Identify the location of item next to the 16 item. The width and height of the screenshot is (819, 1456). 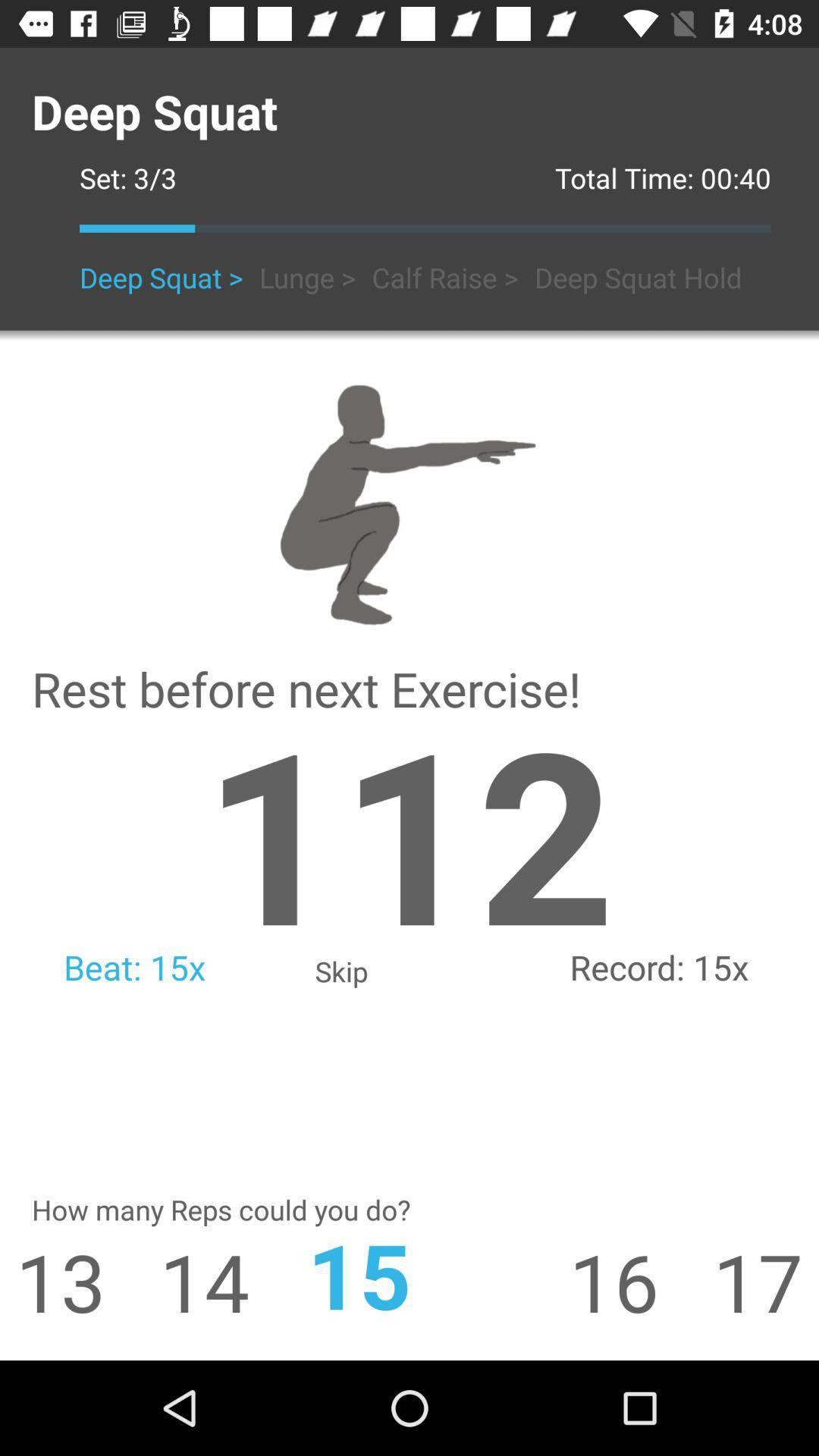
(409, 1274).